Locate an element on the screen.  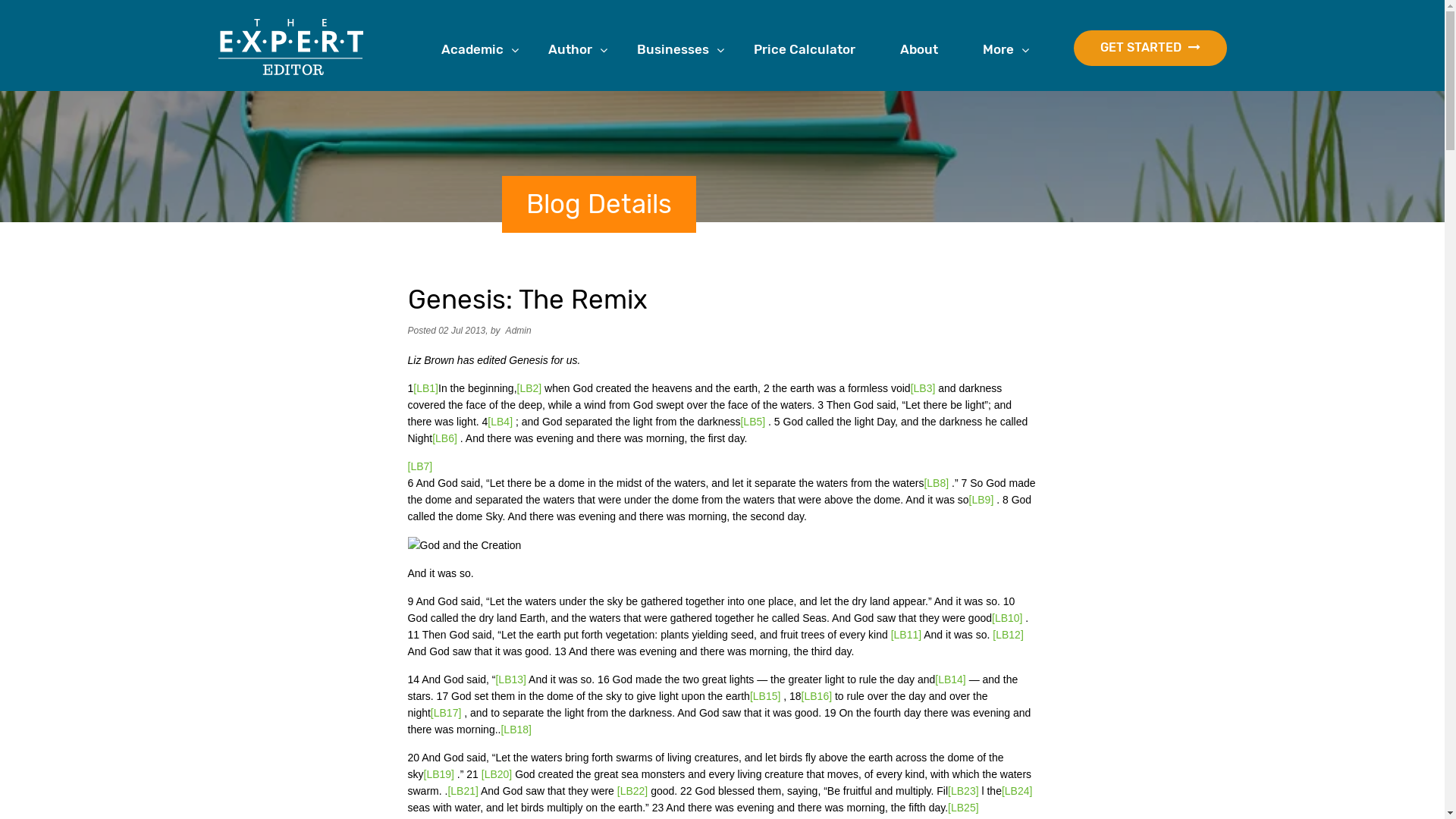
'[LB14]' is located at coordinates (949, 678).